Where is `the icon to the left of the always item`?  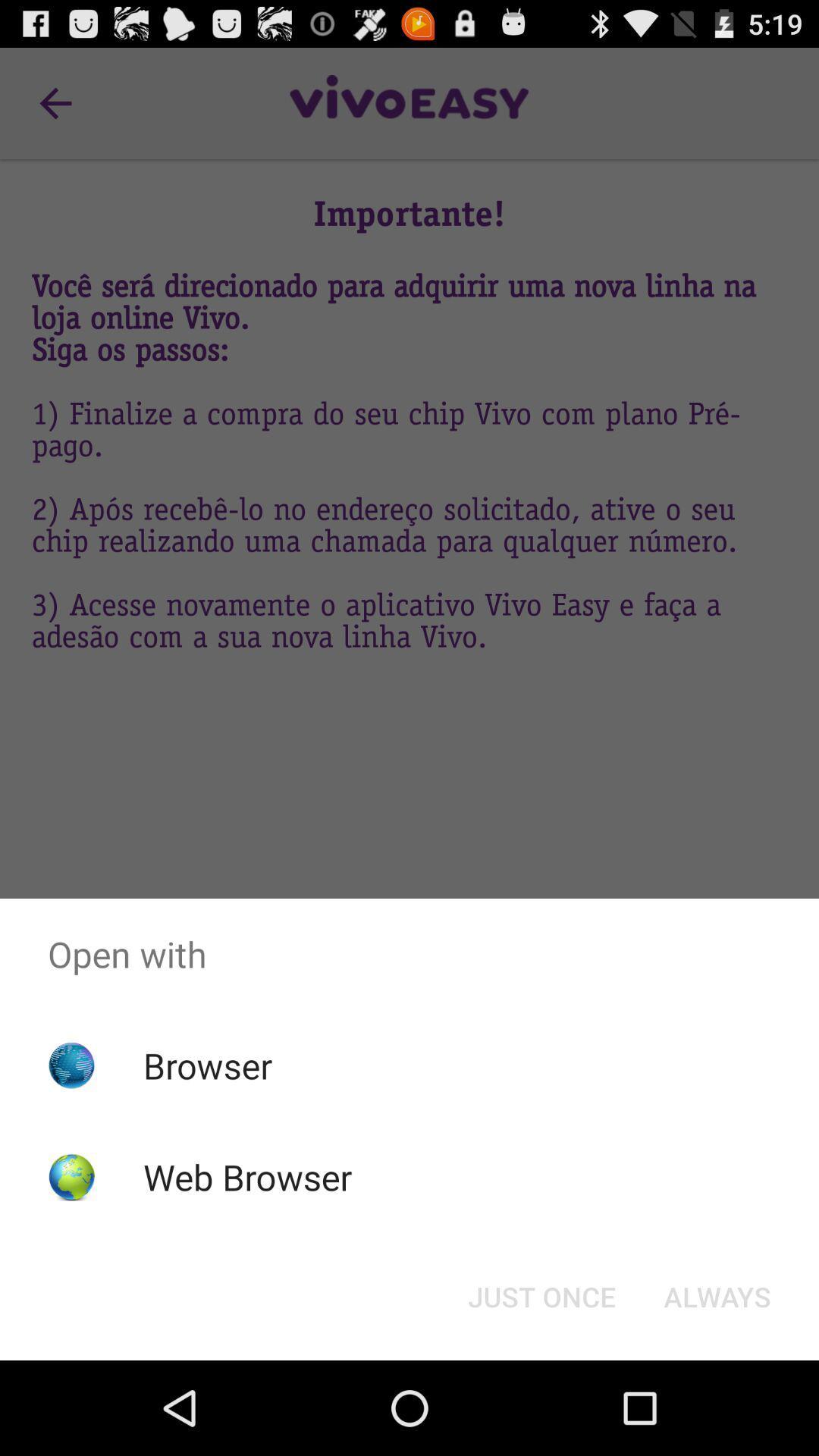
the icon to the left of the always item is located at coordinates (541, 1295).